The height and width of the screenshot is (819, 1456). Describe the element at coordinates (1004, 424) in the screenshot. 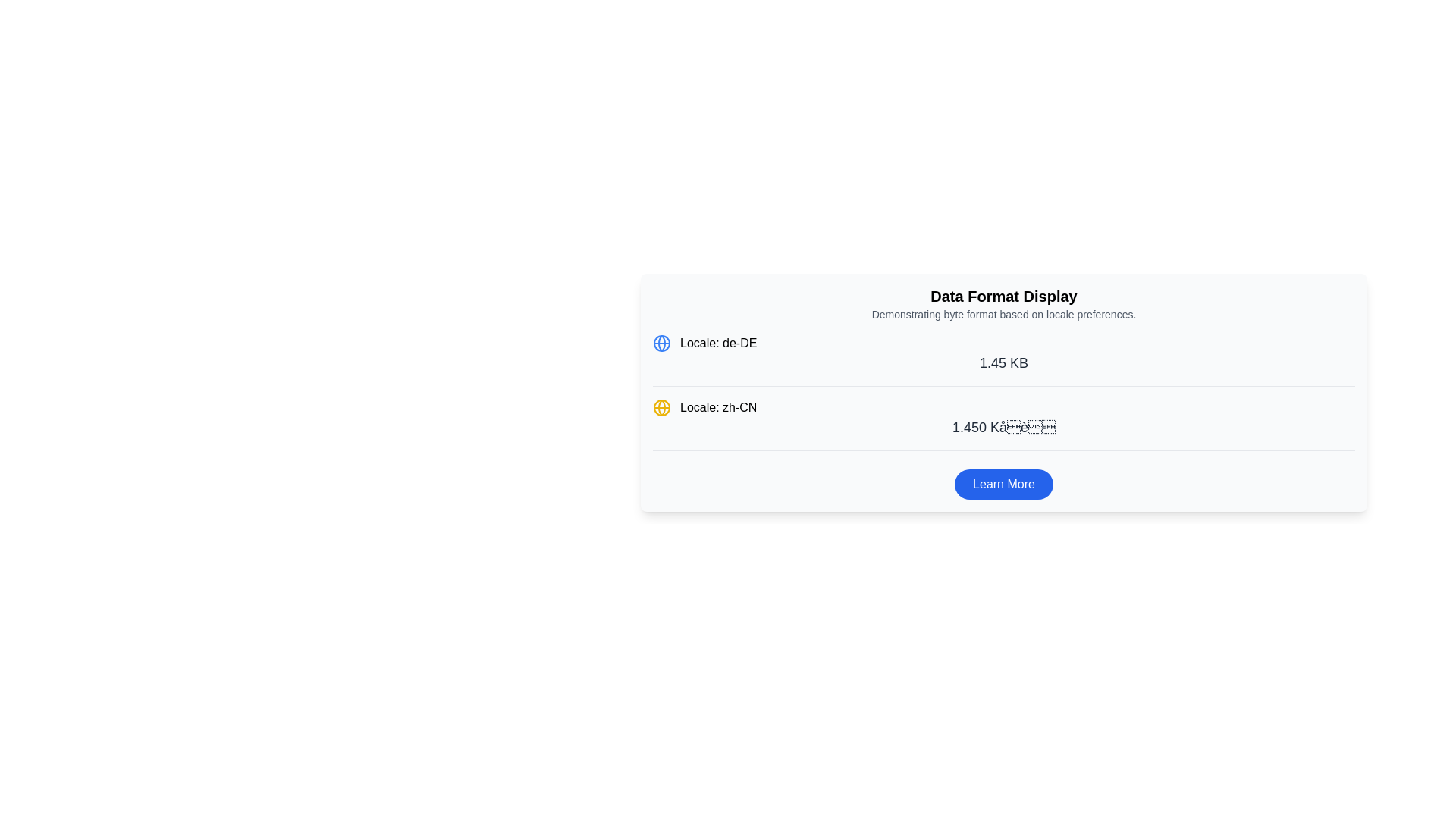

I see `the text information display, which is the second entry in a list immediately below 'Locale: de-DE'` at that location.